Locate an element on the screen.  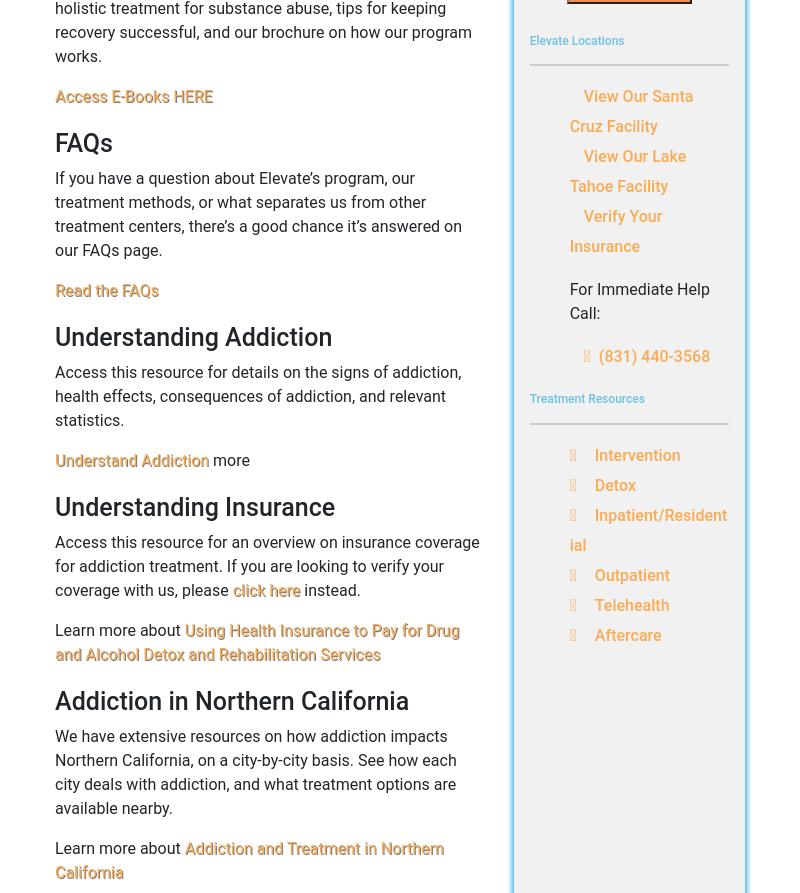
'For Immediate Help Call:' is located at coordinates (568, 301).